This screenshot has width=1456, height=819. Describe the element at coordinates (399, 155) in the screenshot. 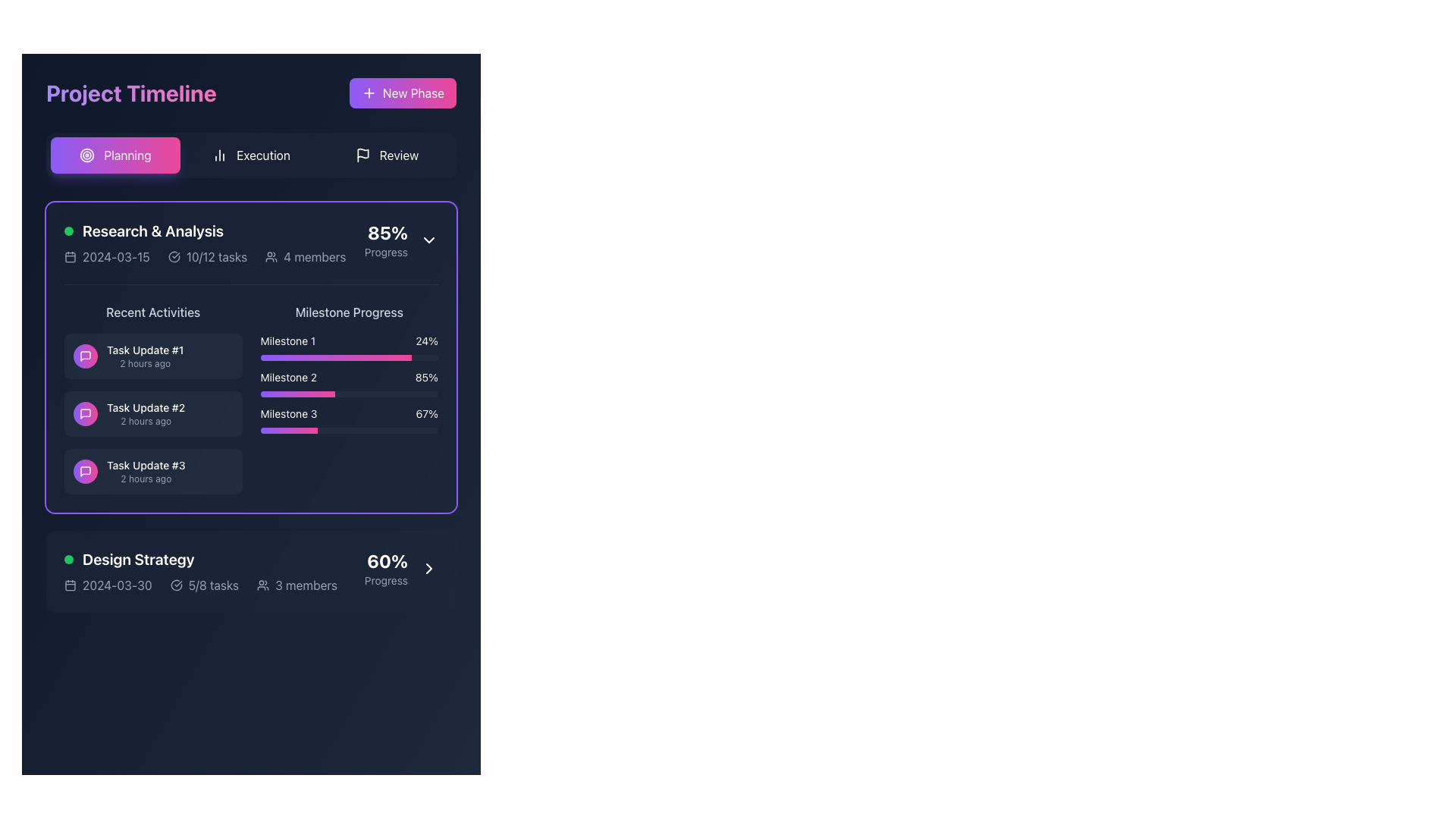

I see `the 'Review' navigation link located at the rightmost position in the navigation bar` at that location.